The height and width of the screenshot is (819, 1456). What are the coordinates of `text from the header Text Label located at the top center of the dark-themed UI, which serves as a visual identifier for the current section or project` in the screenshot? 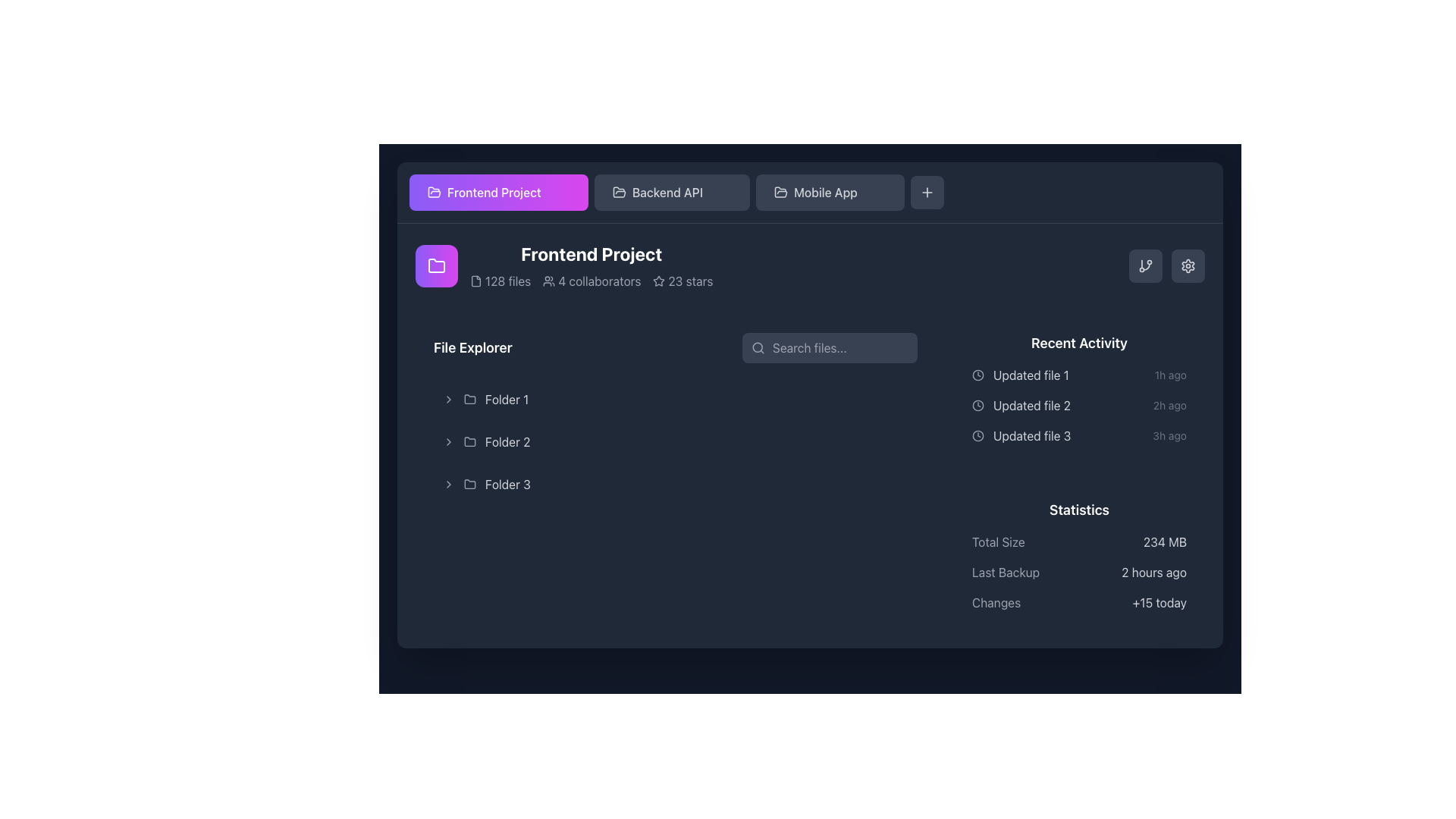 It's located at (591, 253).